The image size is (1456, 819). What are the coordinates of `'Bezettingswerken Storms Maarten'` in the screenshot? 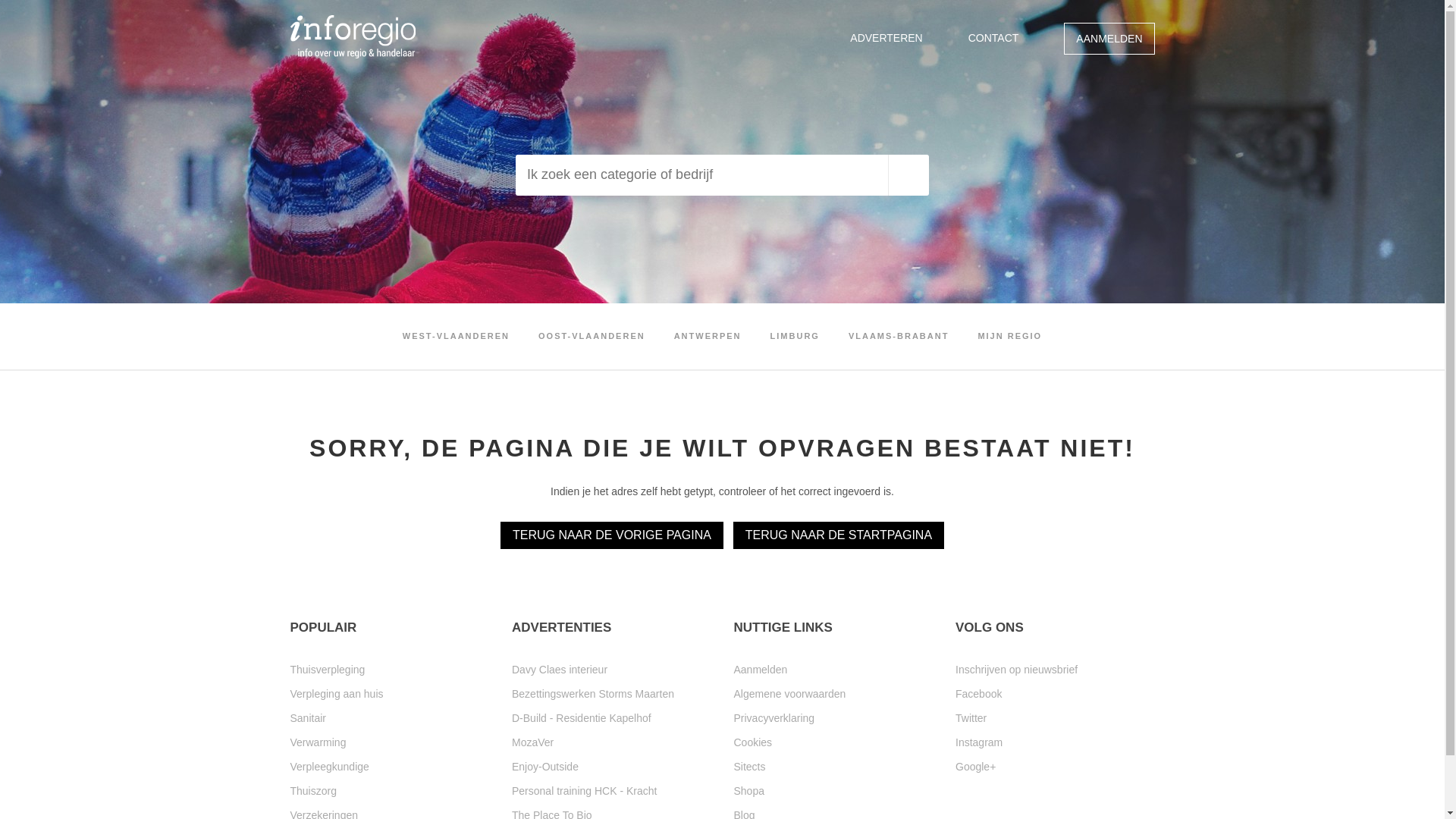 It's located at (611, 693).